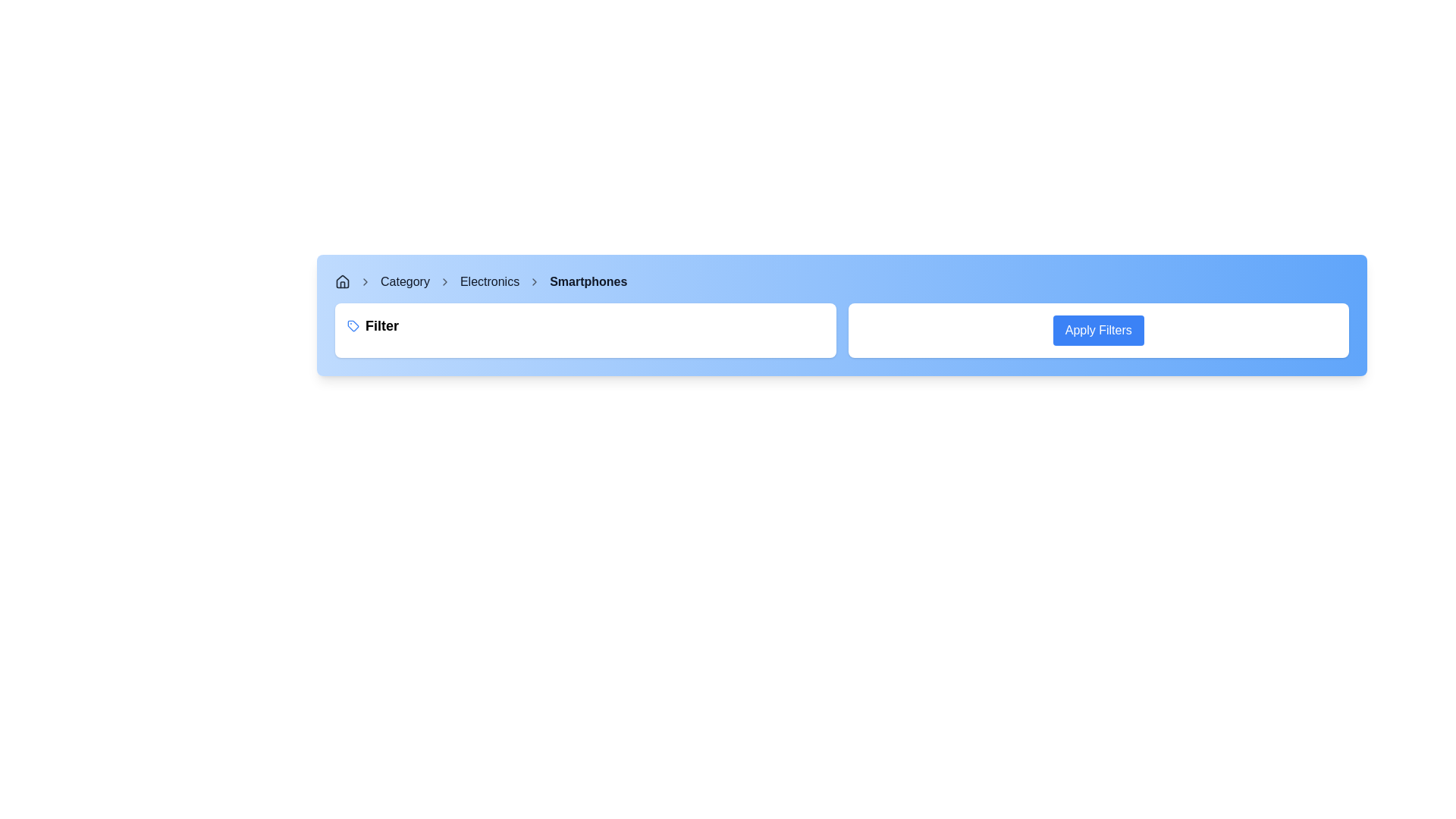 The width and height of the screenshot is (1456, 819). What do you see at coordinates (444, 281) in the screenshot?
I see `the rightward chevron icon in the breadcrumb navigation bar, which is styled with a gray color scheme and is positioned between the 'Category' and 'Electronics' text` at bounding box center [444, 281].